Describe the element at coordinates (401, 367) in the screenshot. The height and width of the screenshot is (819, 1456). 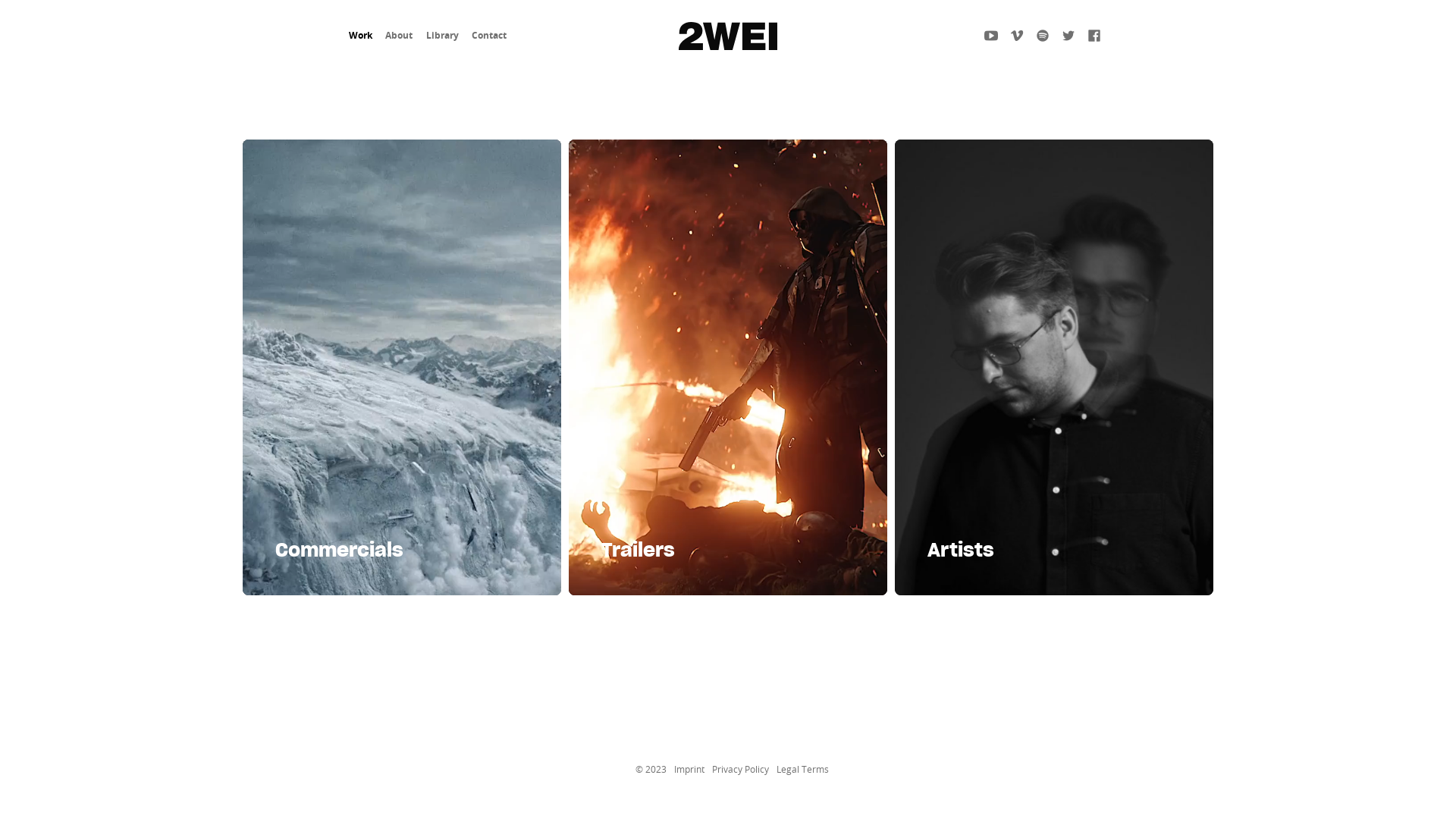
I see `'Commercials'` at that location.